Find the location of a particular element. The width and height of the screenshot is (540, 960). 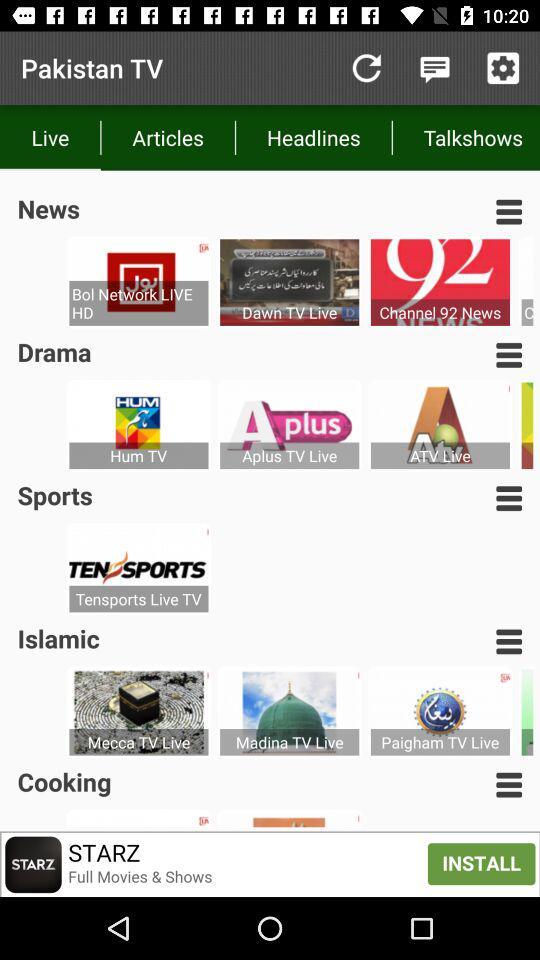

refresh screen is located at coordinates (365, 68).